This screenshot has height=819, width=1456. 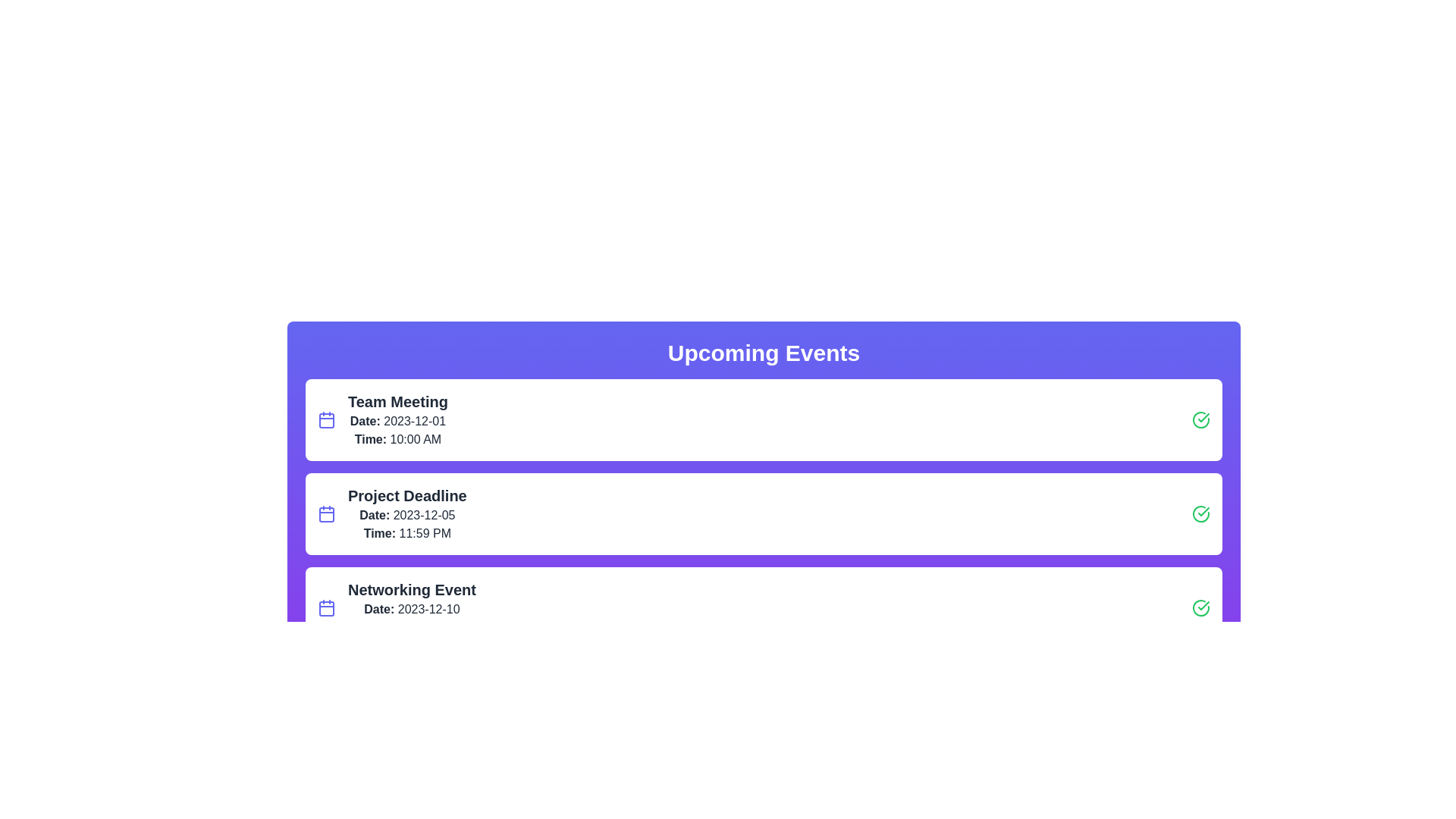 I want to click on the status indicator icon for the 'Networking Event' entry, located at the far-right end of the row containing the event details, so click(x=1200, y=607).